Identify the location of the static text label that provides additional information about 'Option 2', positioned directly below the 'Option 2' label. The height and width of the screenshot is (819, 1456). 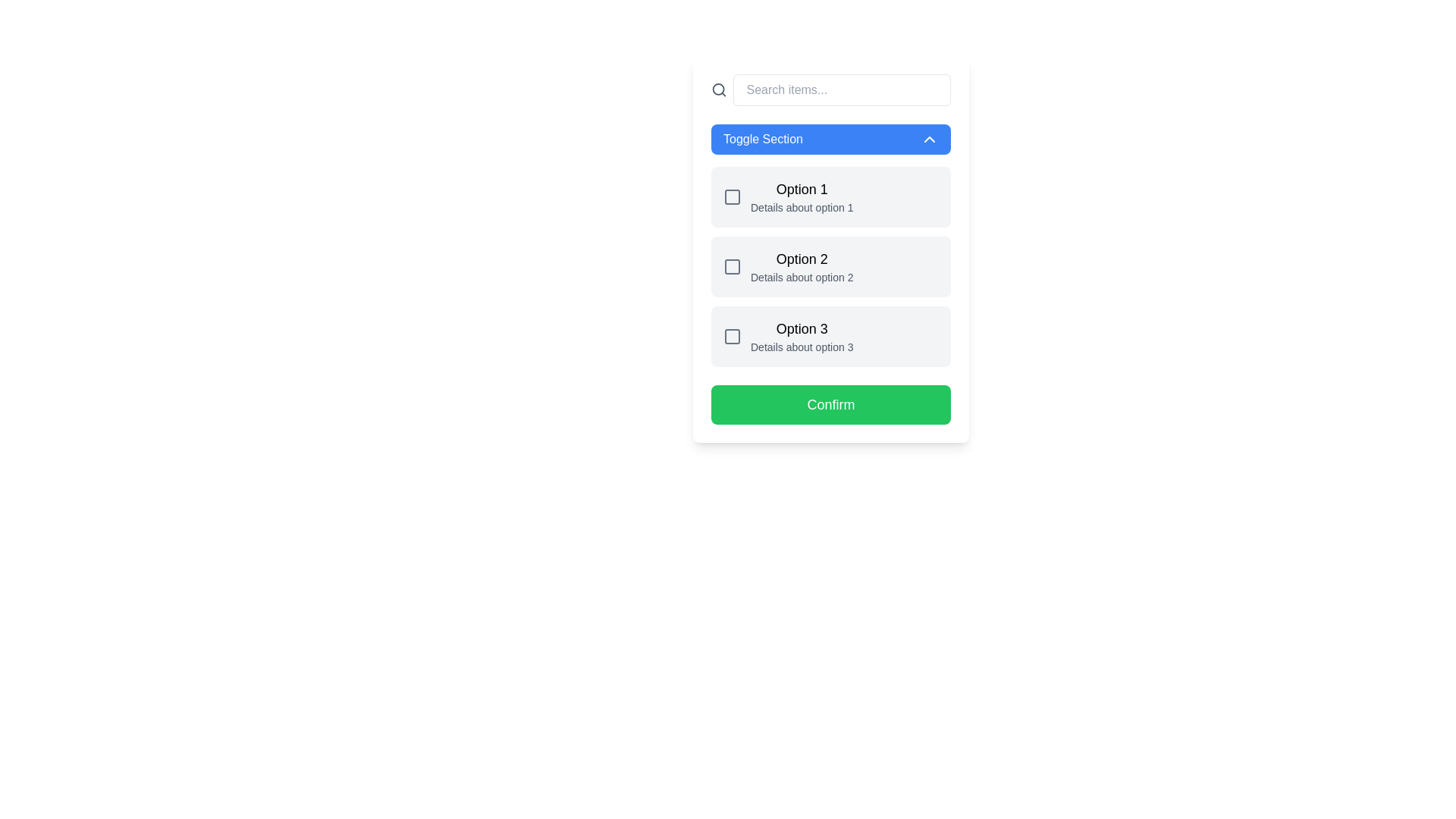
(801, 278).